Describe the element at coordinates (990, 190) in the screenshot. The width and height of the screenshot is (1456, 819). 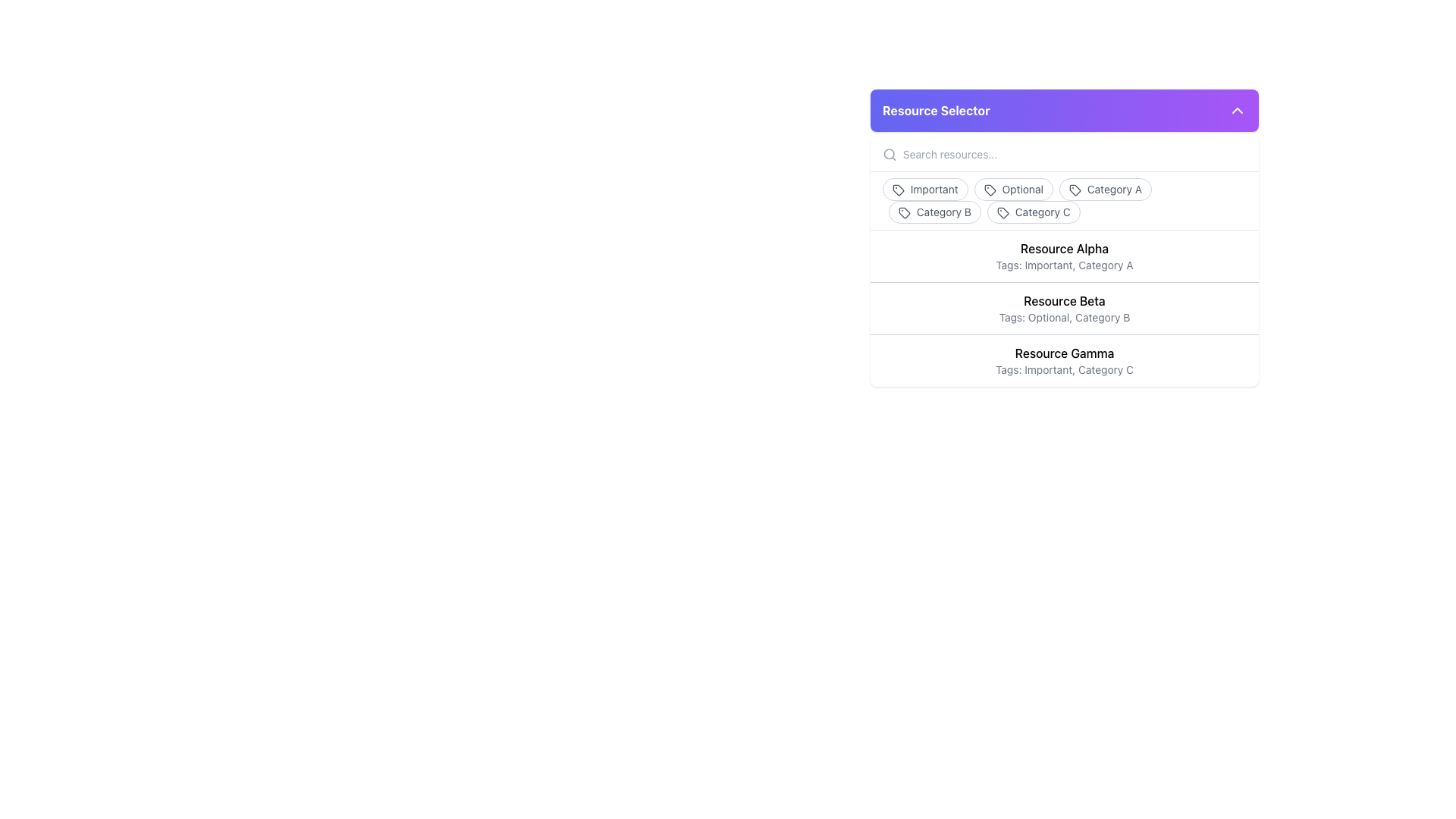
I see `the small dark gray tag icon located inline before the text label 'Optional' within the pill-shaped button` at that location.